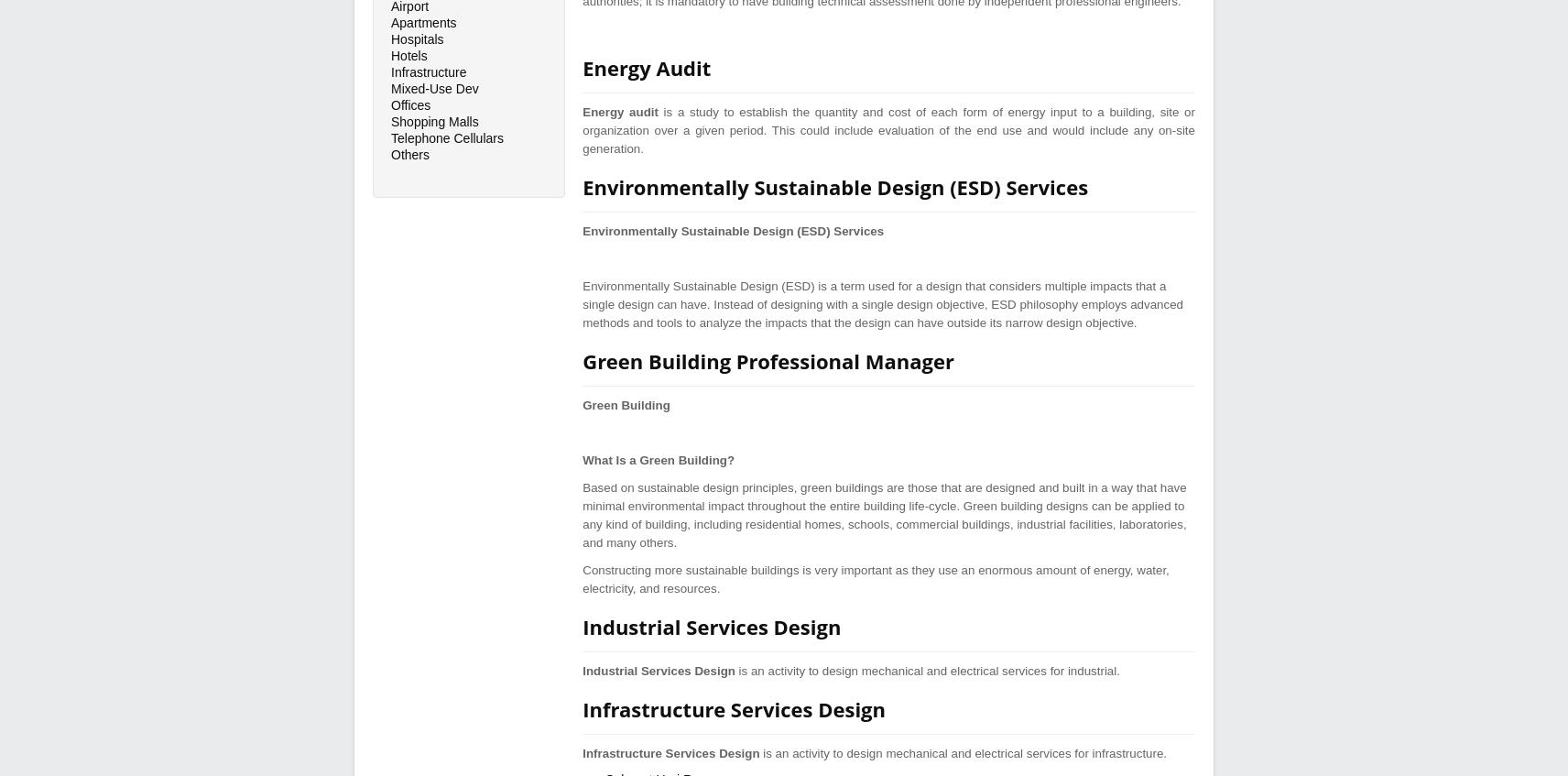  I want to click on 'Based on sustainable design principles, green buildings are those that are designed and built in a way that have minimal environmental impact throughout the entire building life-cycle. Green building designs can be applied to any kind of building, including residential homes, schools, commercial buildings, industrial facilities, laboratories, and many others.', so click(883, 514).